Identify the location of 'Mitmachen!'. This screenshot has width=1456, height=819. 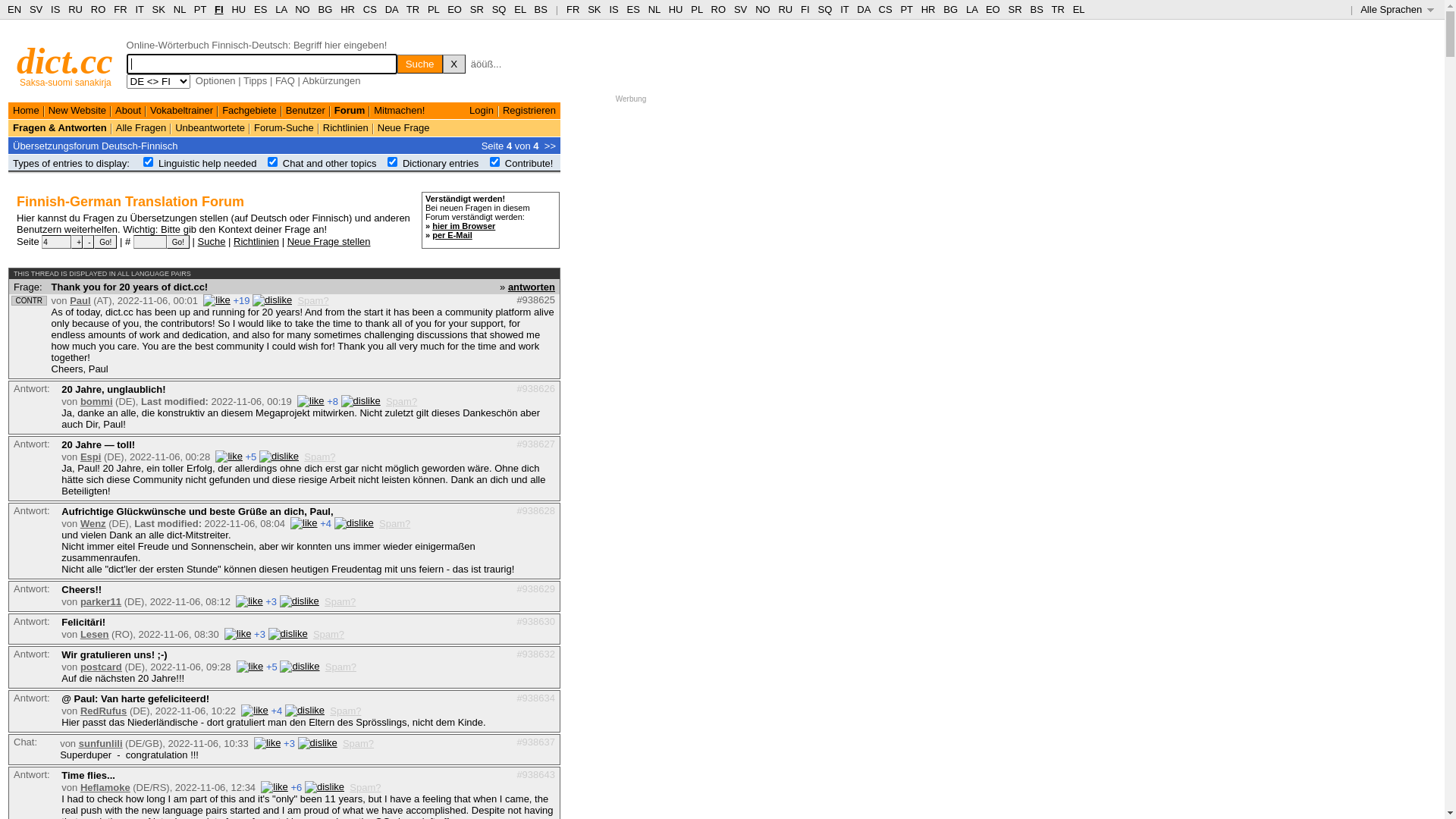
(374, 109).